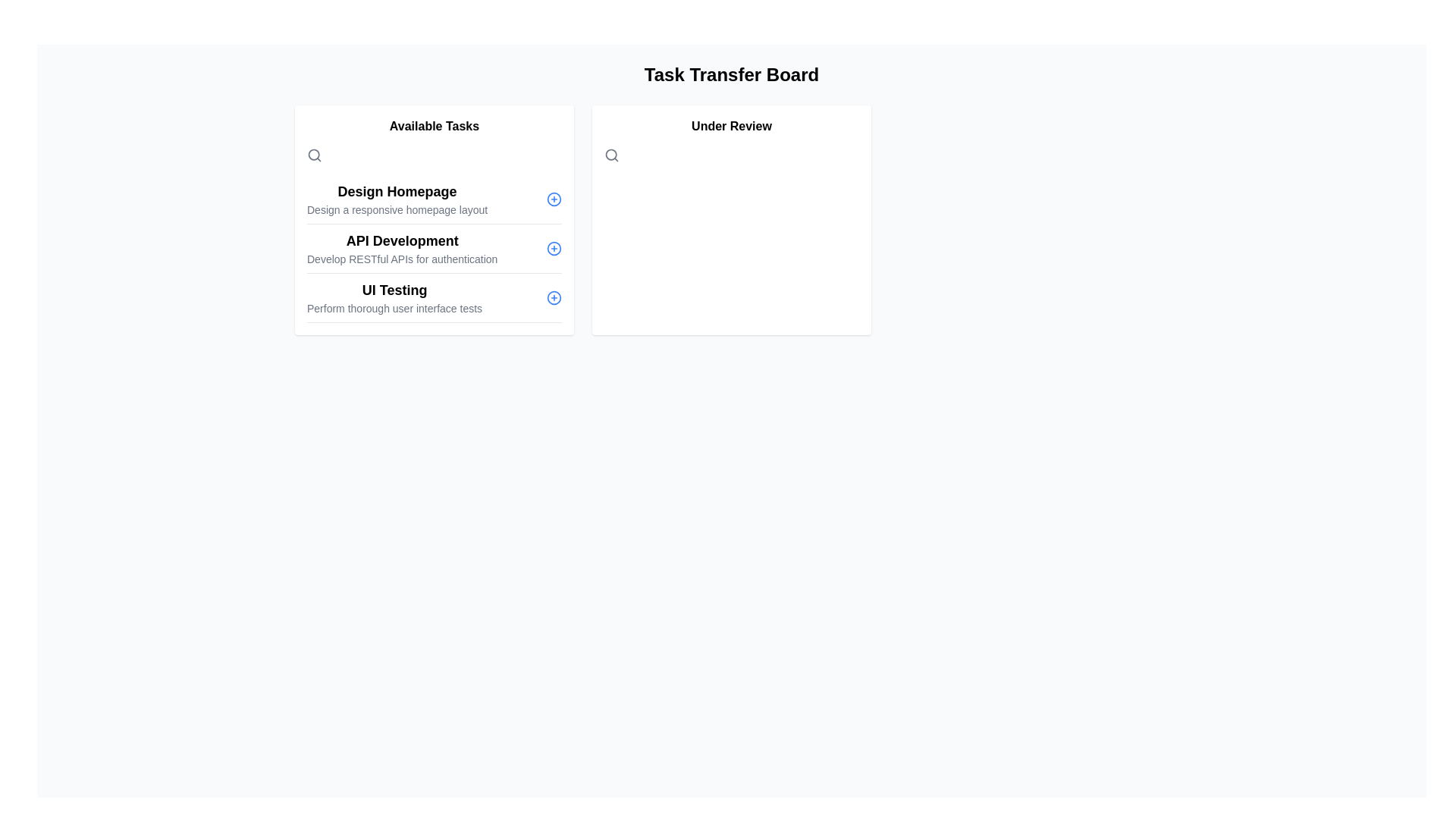 This screenshot has height=819, width=1456. I want to click on the interactive icon-based button located at the far right of the 'API Development' task entry in the 'Available Tasks' column, so click(553, 247).